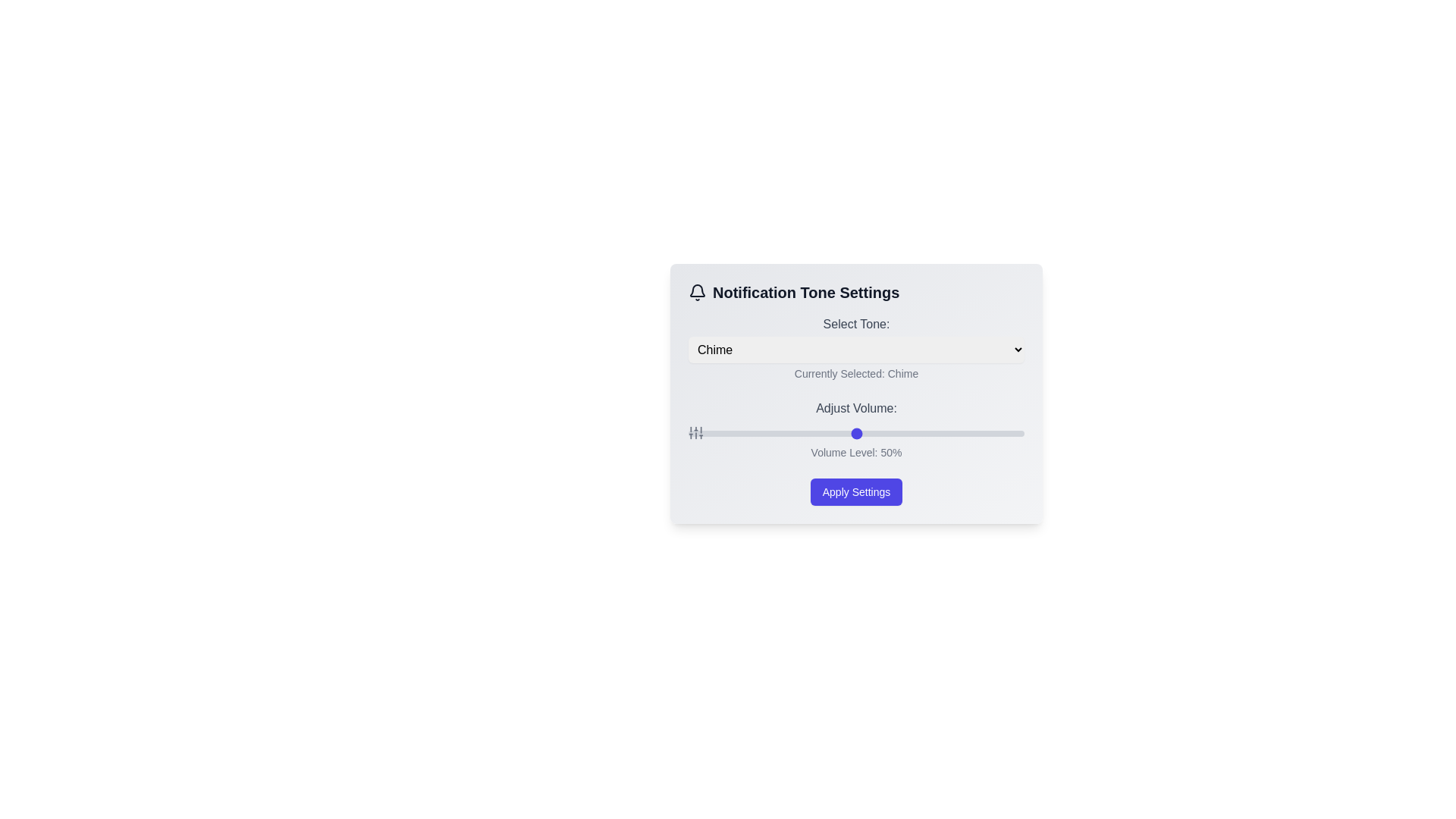  What do you see at coordinates (697, 292) in the screenshot?
I see `the bell icon that indicates 'notifications', located to the left of the 'Notification Tone Settings' title` at bounding box center [697, 292].